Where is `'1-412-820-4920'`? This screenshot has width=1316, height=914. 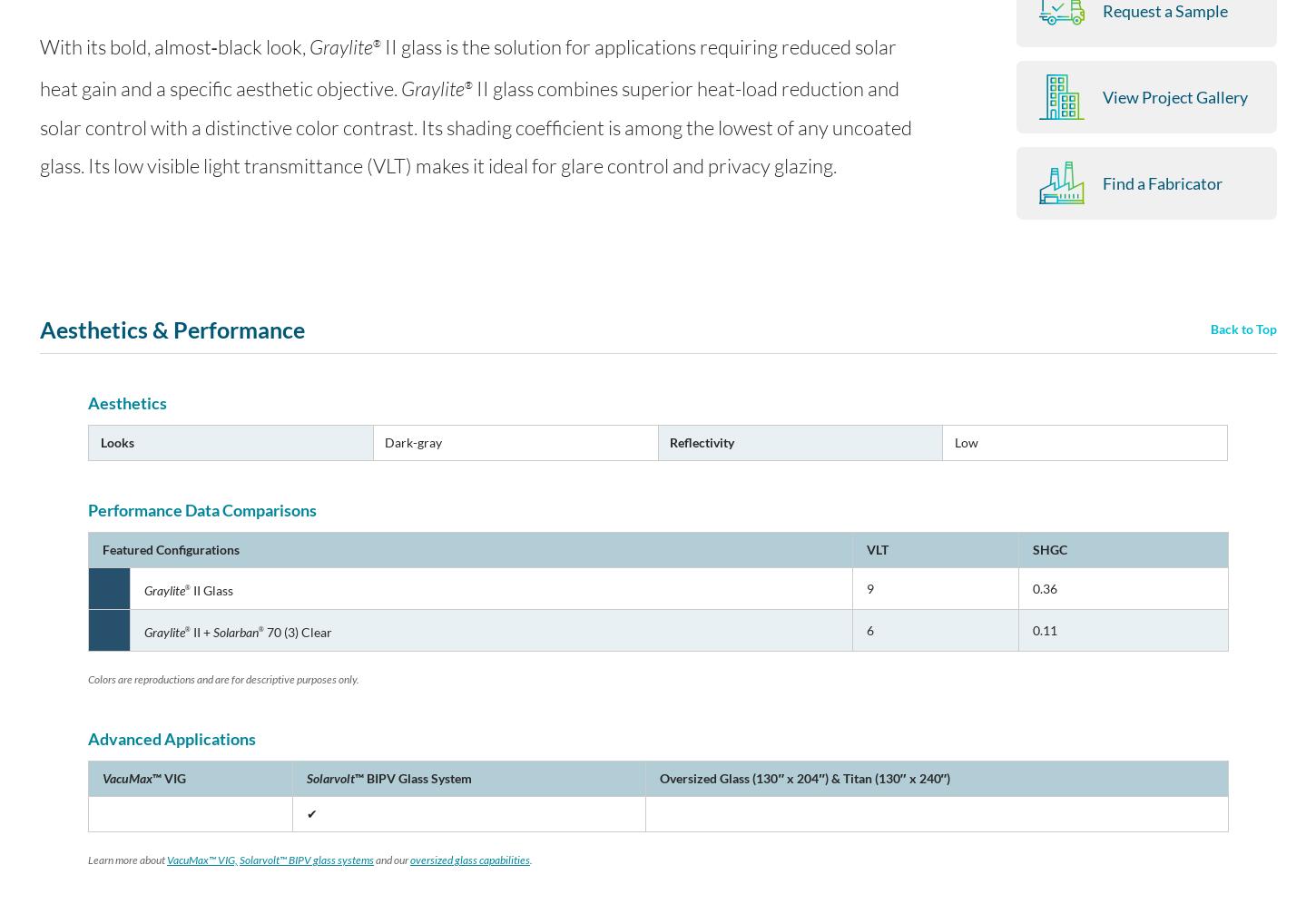 '1-412-820-4920' is located at coordinates (596, 791).